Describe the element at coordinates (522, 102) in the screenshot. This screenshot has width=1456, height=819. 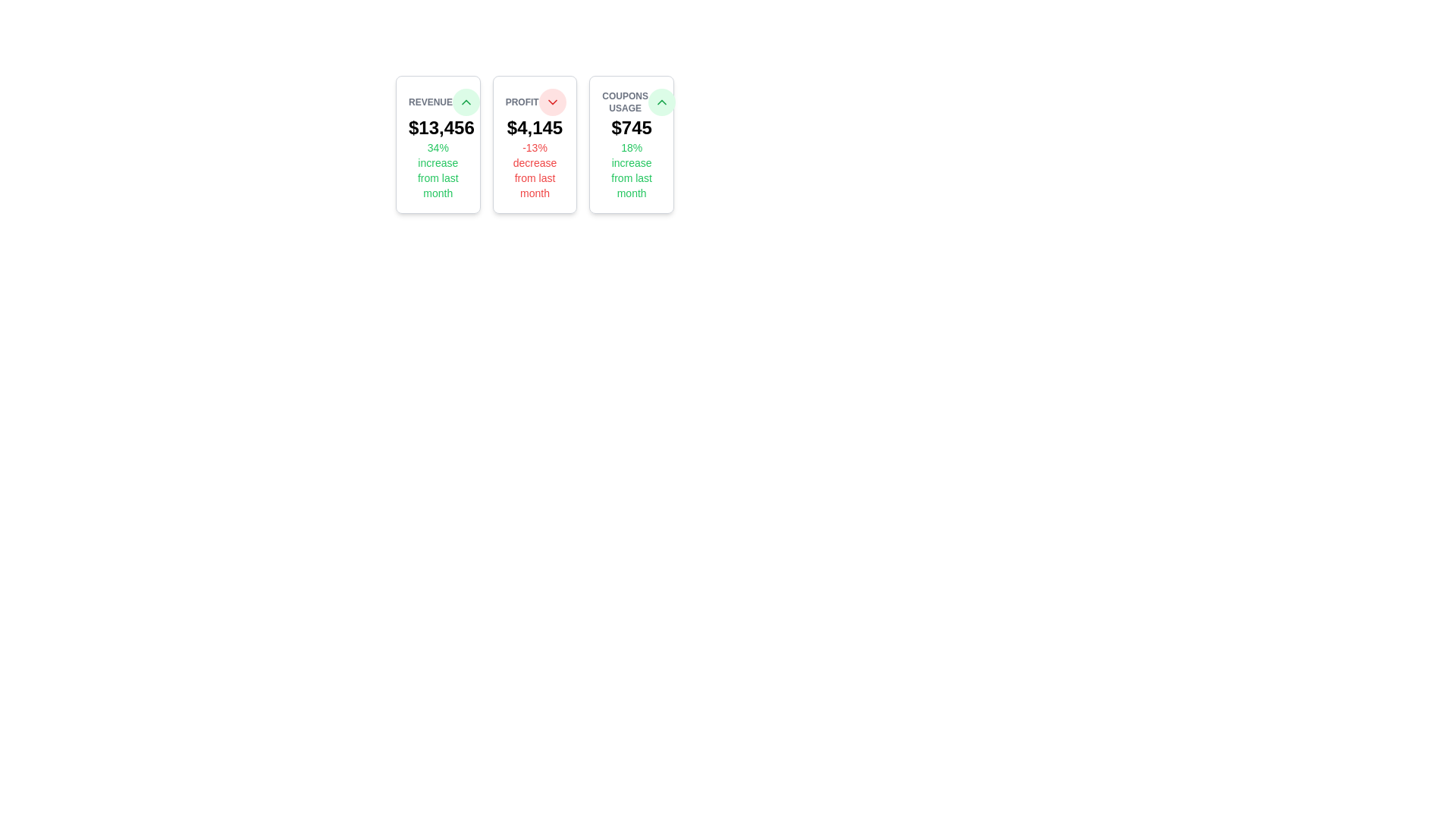
I see `the text label indicating profit-related data located at the top of the second card in a row of three cards, which precedes a red icon and a downward-facing arrow graphic` at that location.